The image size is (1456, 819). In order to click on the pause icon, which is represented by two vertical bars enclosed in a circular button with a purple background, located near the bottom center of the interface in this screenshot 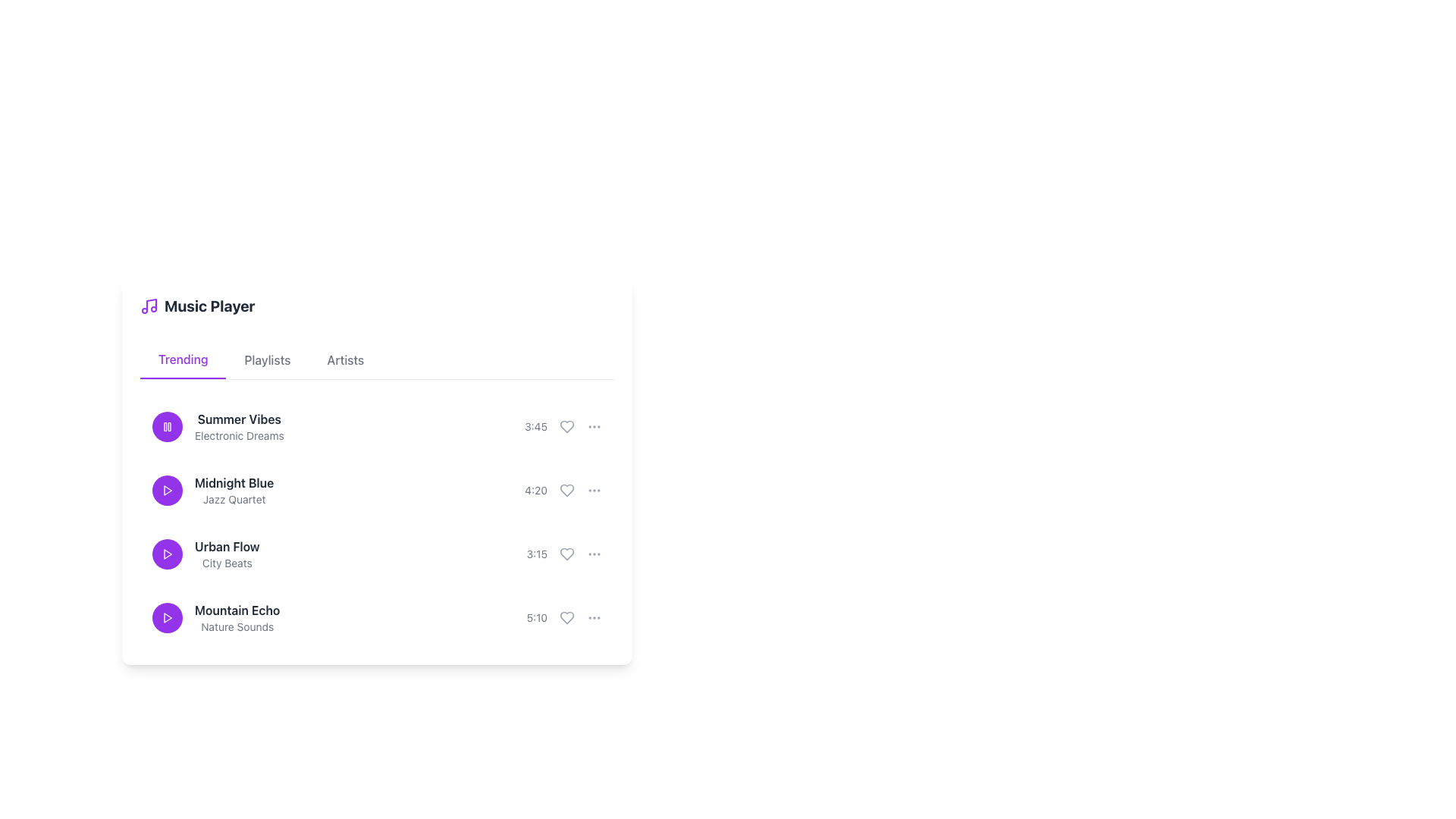, I will do `click(167, 427)`.